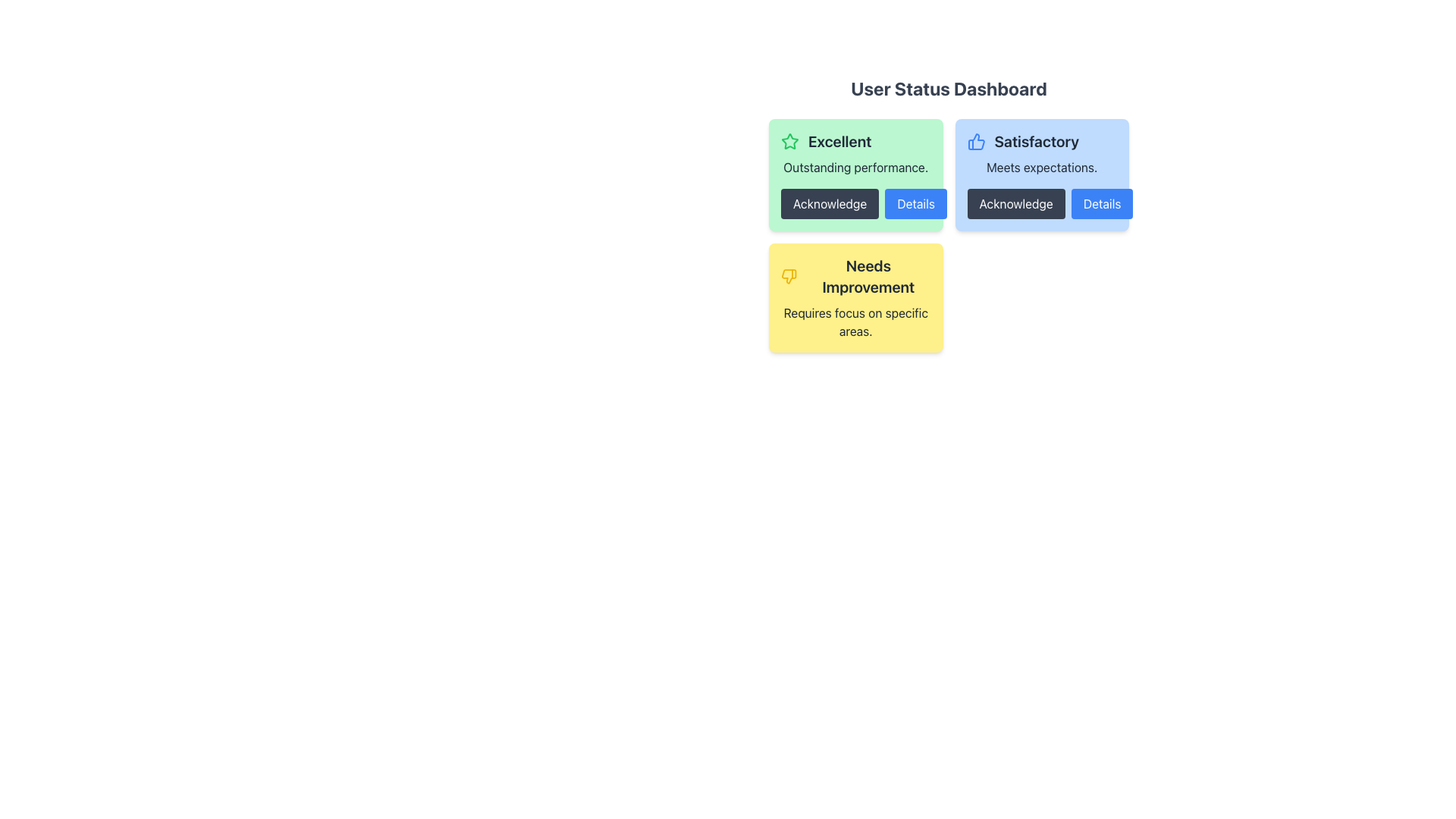 Image resolution: width=1456 pixels, height=819 pixels. Describe the element at coordinates (855, 321) in the screenshot. I see `the static text element that reads 'Requires focus on specific areas.', which is located at the center-bottom of the yellow 'Needs Improvement' status card` at that location.